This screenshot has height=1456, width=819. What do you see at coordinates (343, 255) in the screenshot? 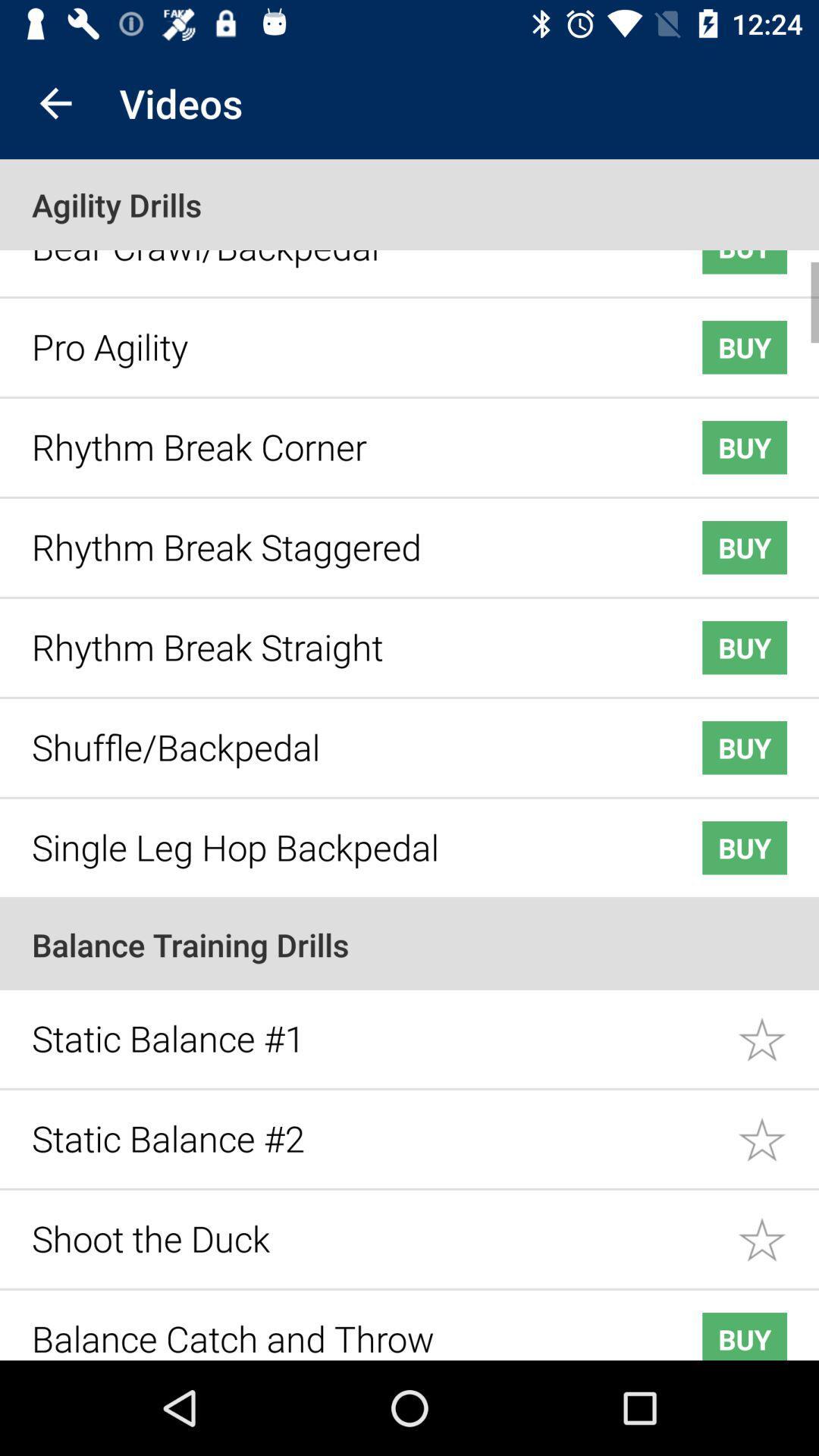
I see `the item below agility drills icon` at bounding box center [343, 255].